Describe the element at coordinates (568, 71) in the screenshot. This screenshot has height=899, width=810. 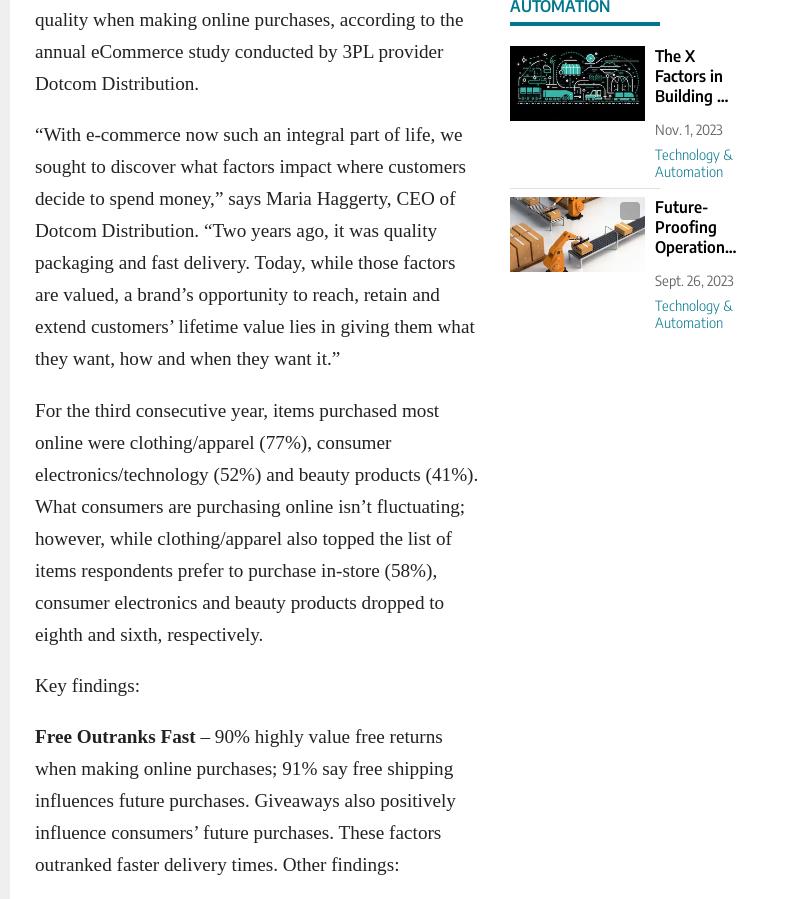
I see `'277192959 © Markus Tretter | Dreamstime.com'` at that location.